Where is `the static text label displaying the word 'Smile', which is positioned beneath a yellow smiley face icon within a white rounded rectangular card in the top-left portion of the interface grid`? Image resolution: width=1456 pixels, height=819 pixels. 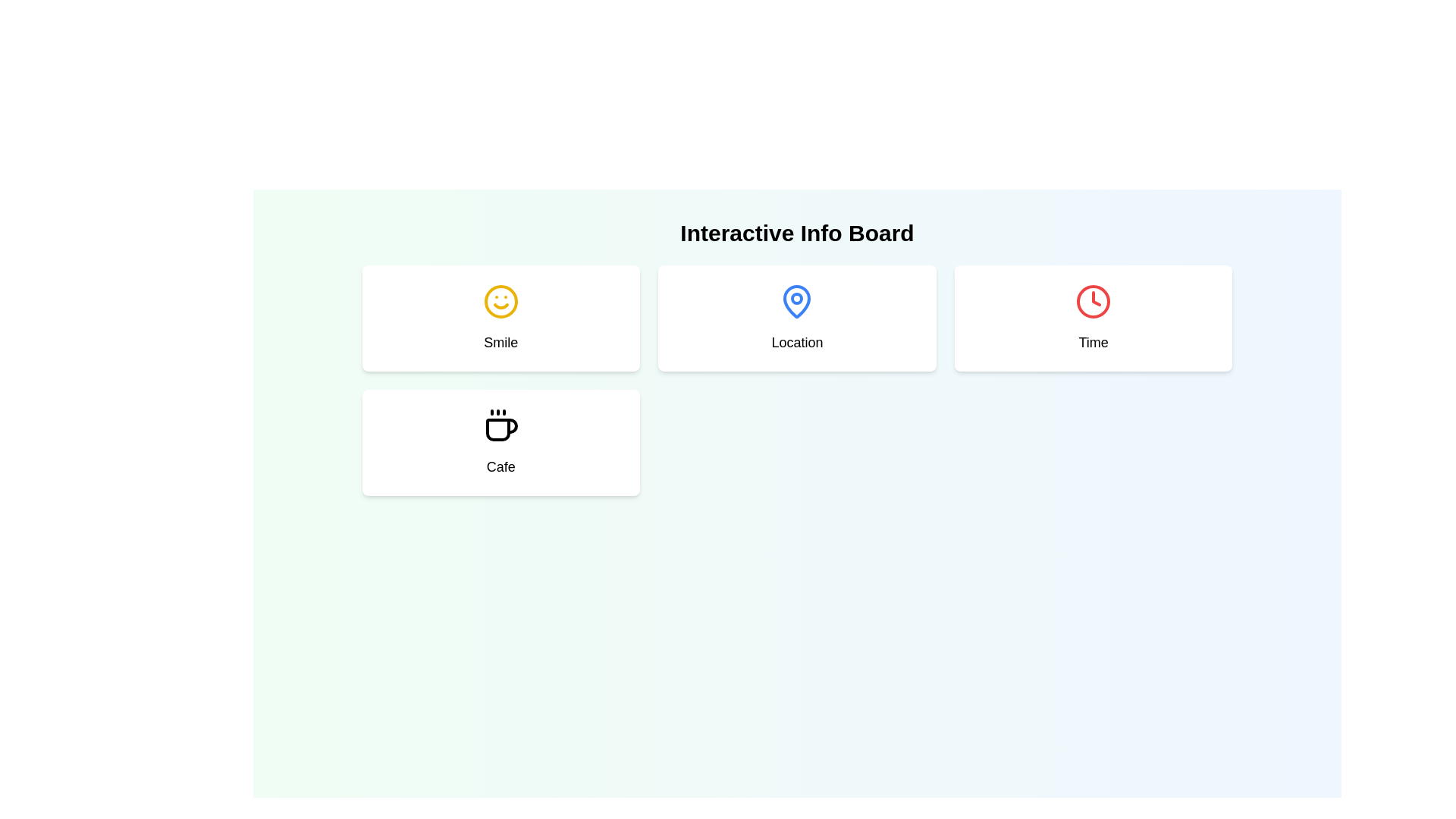 the static text label displaying the word 'Smile', which is positioned beneath a yellow smiley face icon within a white rounded rectangular card in the top-left portion of the interface grid is located at coordinates (500, 342).